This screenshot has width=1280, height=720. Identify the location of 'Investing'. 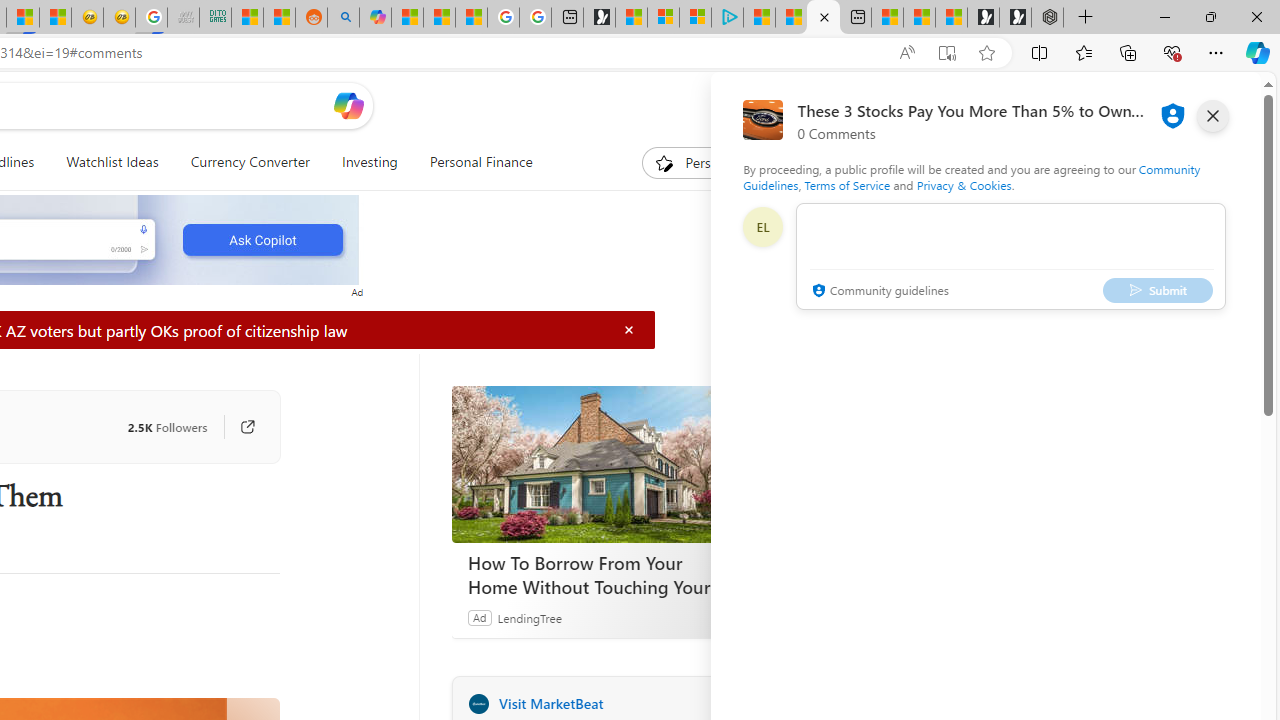
(369, 162).